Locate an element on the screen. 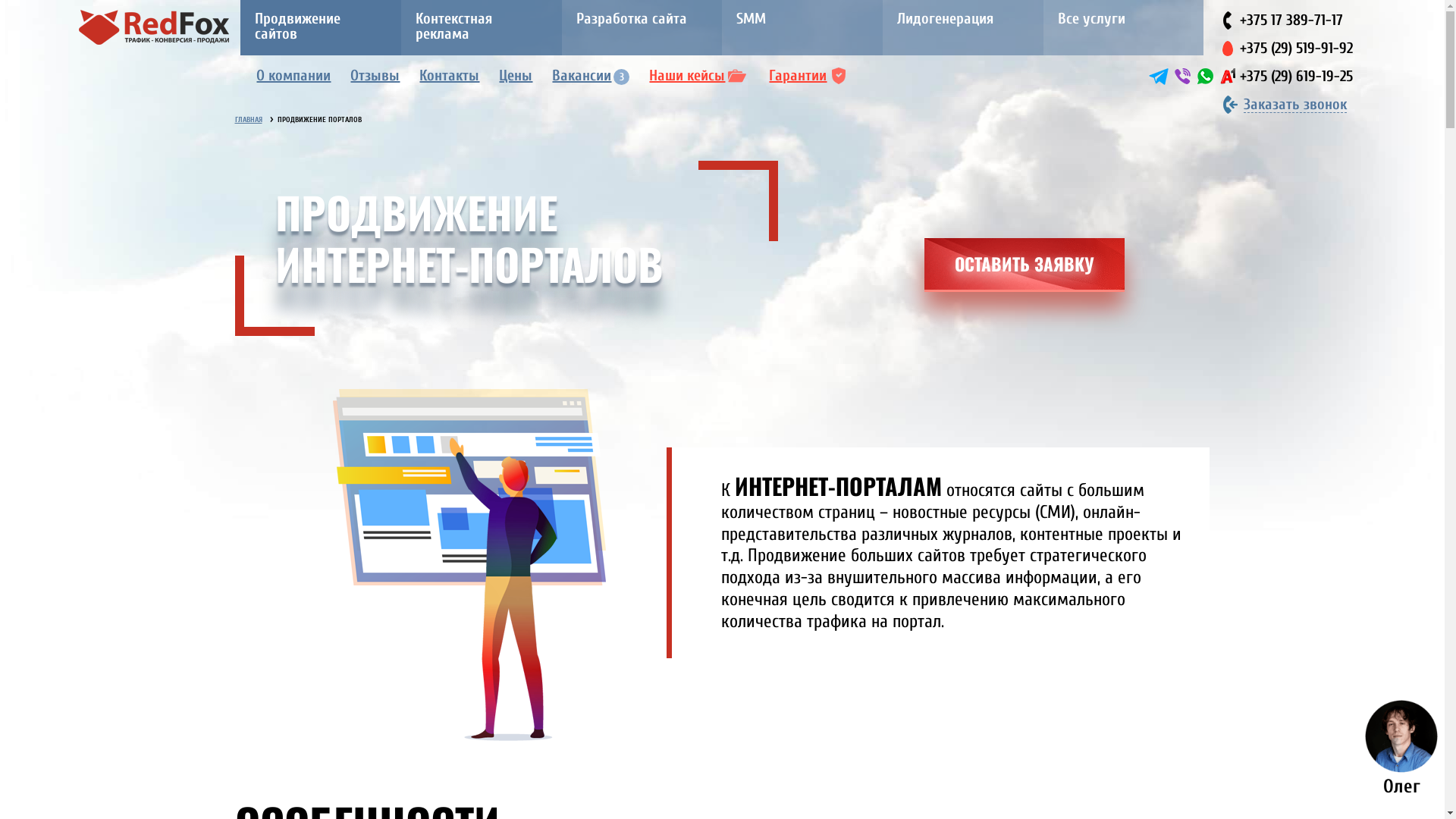 The height and width of the screenshot is (819, 1456). '+375 17 389-71-17' is located at coordinates (1291, 20).